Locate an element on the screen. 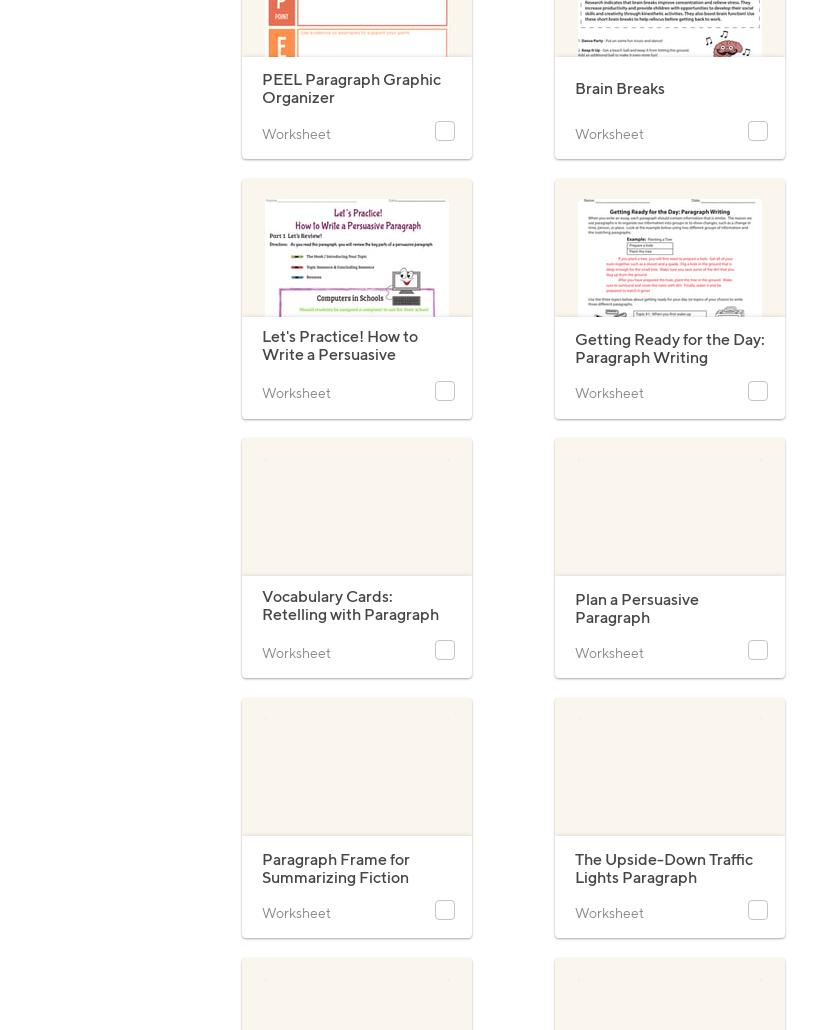 The height and width of the screenshot is (1030, 836). 'Use these vocabulary cards with the EL Support Lesson: Retelling with Paragraph Frames.' is located at coordinates (346, 663).